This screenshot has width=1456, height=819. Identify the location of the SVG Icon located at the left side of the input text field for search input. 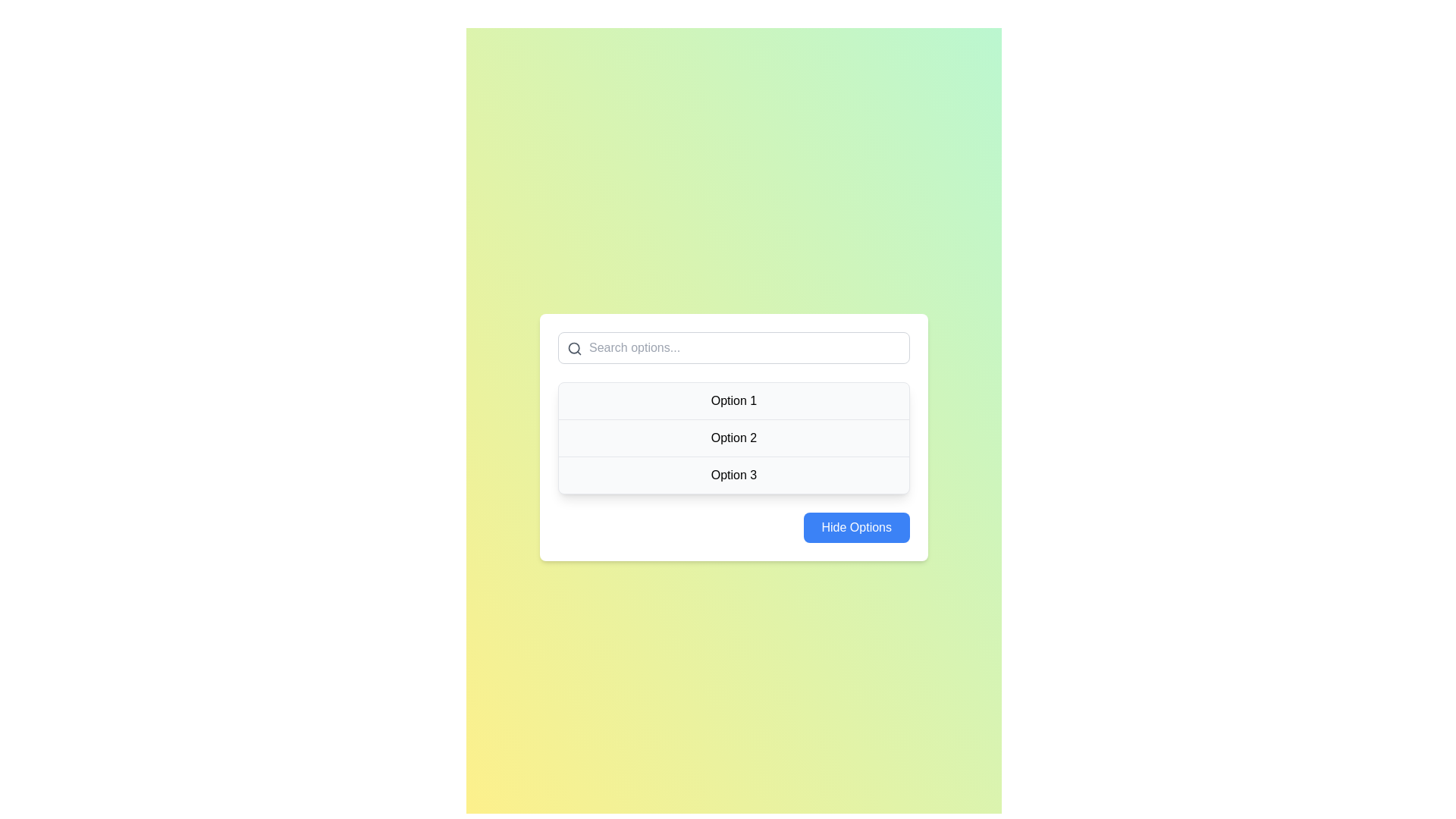
(574, 348).